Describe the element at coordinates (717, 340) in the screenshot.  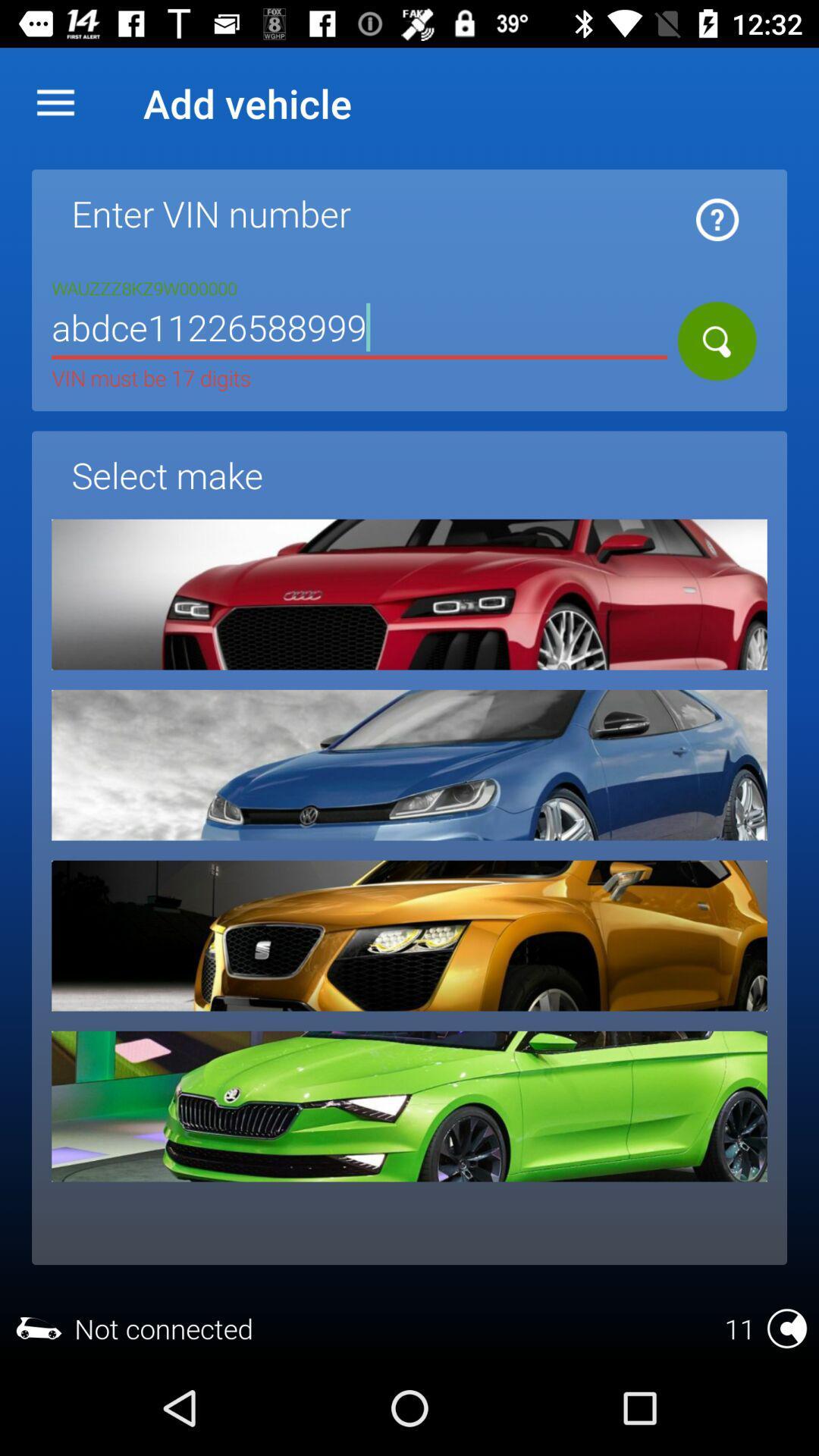
I see `make the search icon the same one as the white` at that location.